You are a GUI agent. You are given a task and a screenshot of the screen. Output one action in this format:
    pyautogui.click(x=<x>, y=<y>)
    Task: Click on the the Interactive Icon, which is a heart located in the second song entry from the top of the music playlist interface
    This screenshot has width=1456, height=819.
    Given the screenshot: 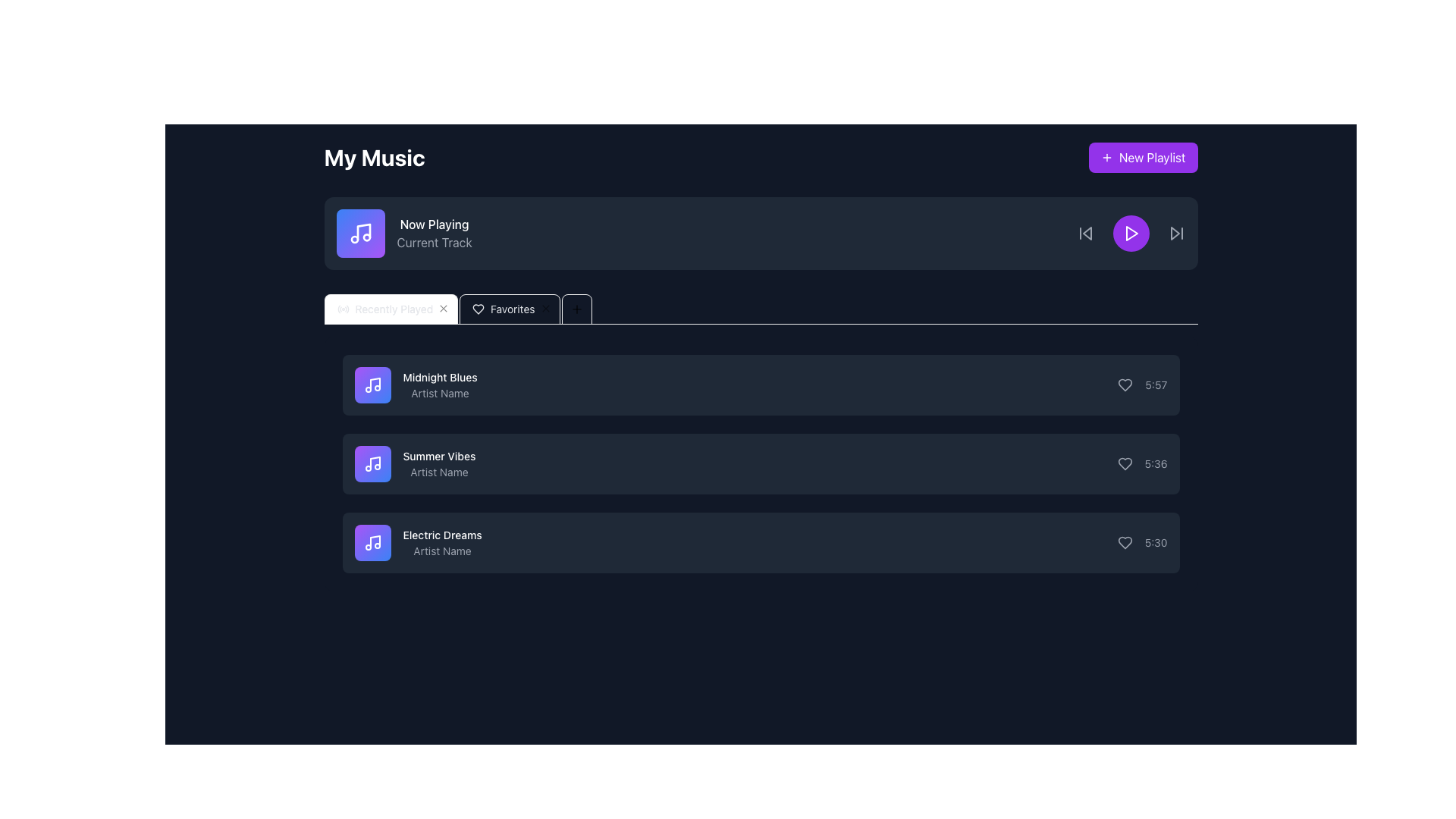 What is the action you would take?
    pyautogui.click(x=1125, y=463)
    